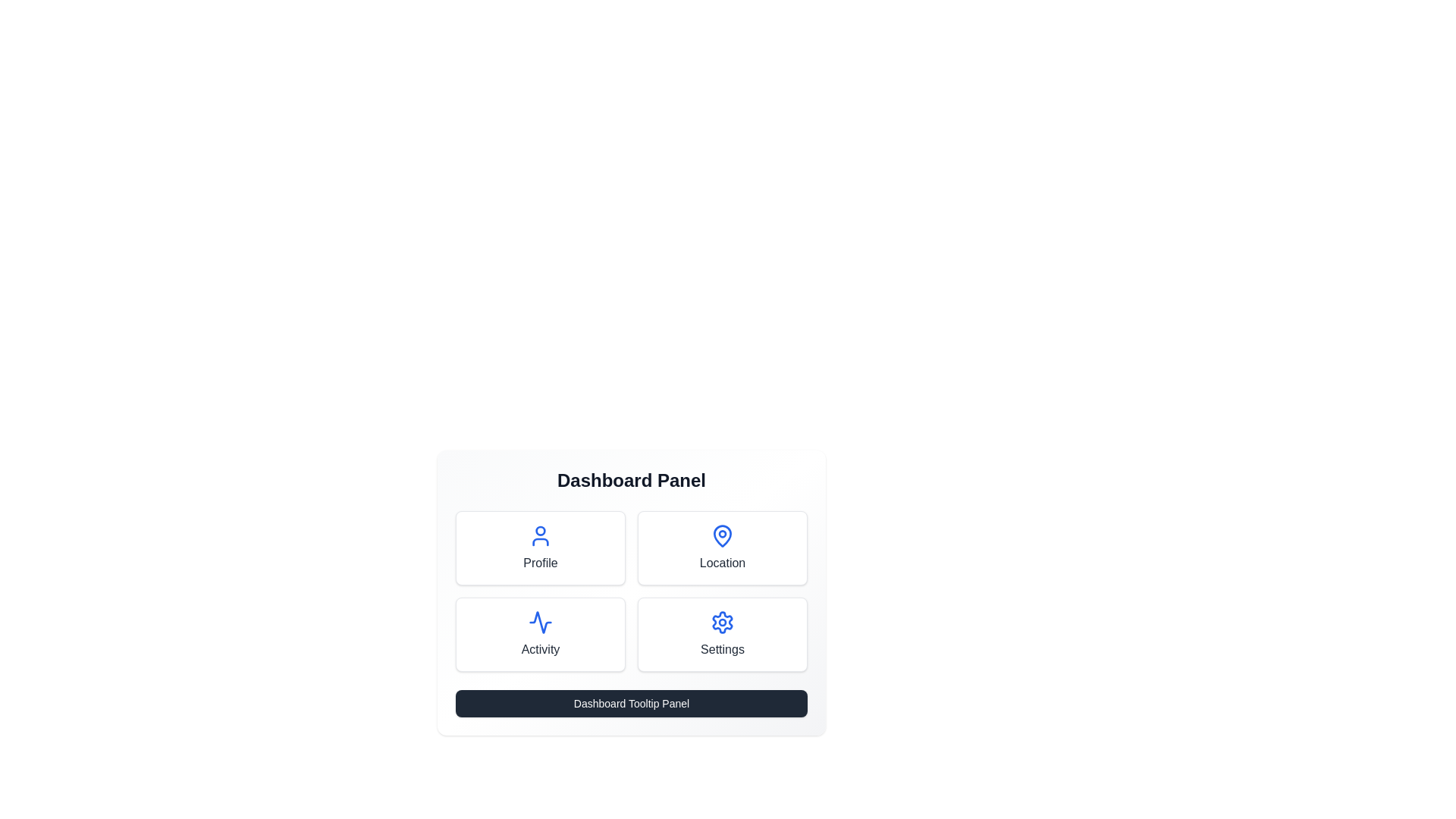  What do you see at coordinates (722, 548) in the screenshot?
I see `the button located in the top-right corner of the grid within the 'Dashboard Panel'` at bounding box center [722, 548].